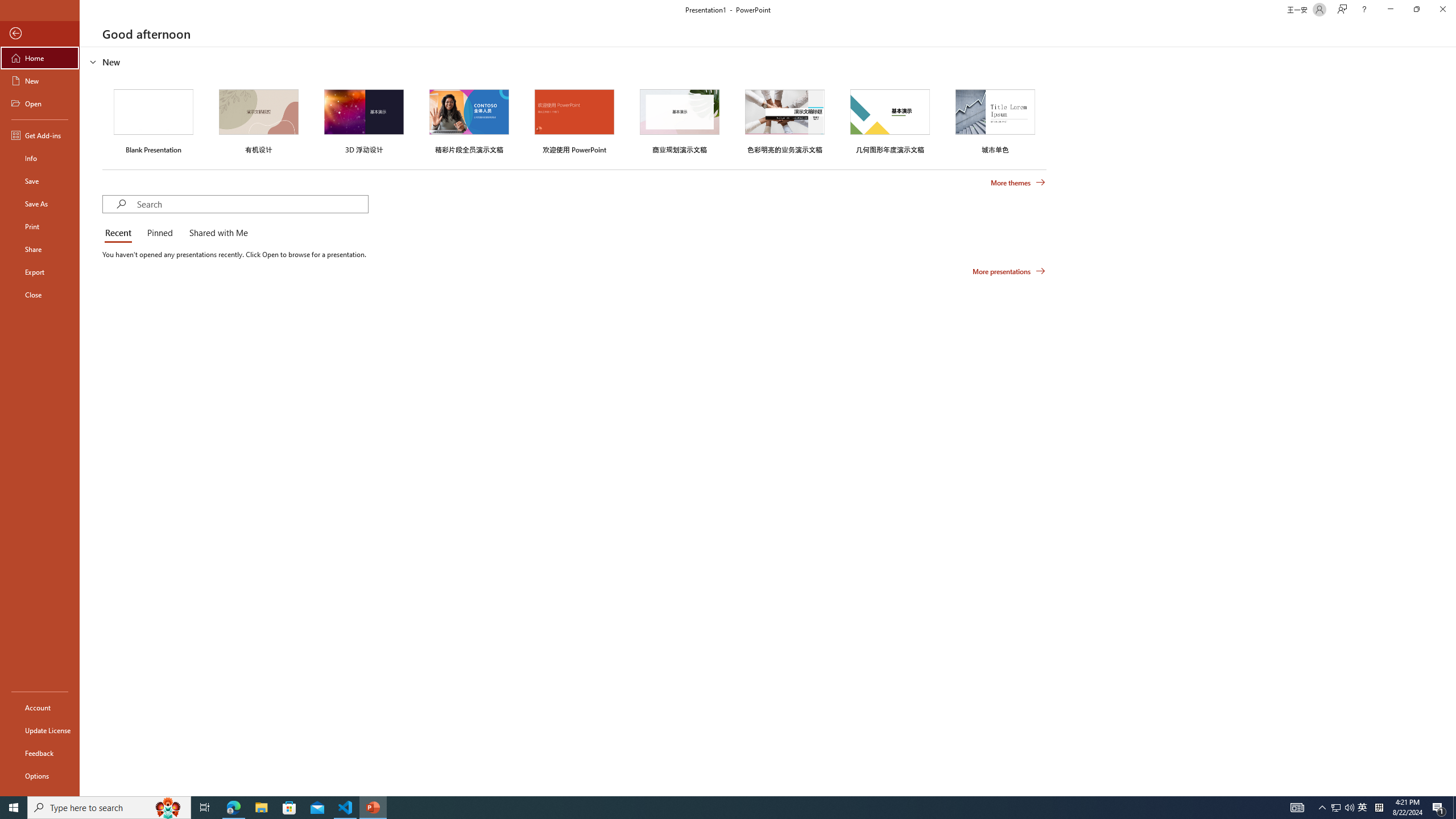 The width and height of the screenshot is (1456, 819). What do you see at coordinates (39, 202) in the screenshot?
I see `'Save As'` at bounding box center [39, 202].